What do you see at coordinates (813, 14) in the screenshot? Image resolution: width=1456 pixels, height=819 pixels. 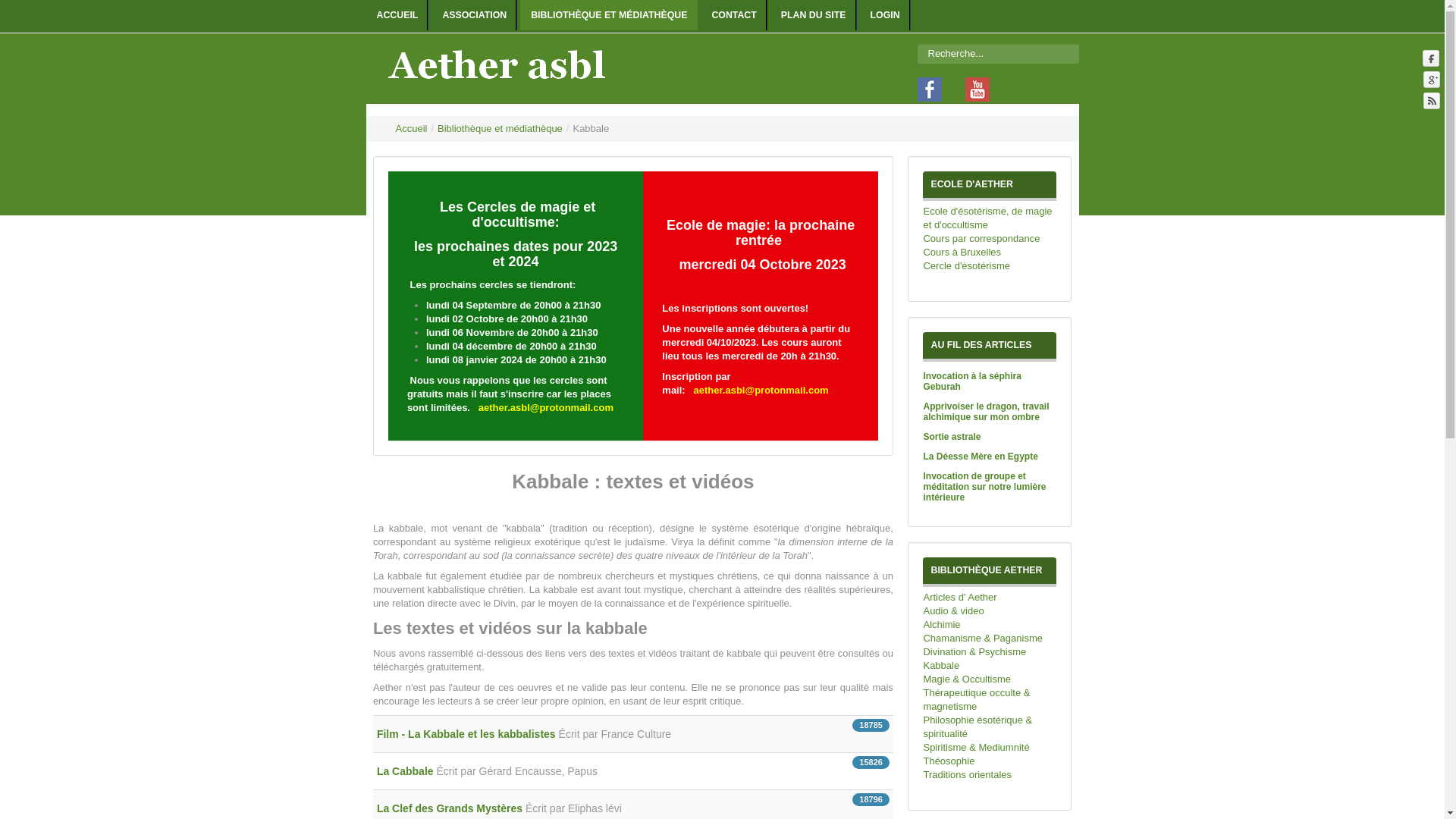 I see `'PLAN DU SITE'` at bounding box center [813, 14].